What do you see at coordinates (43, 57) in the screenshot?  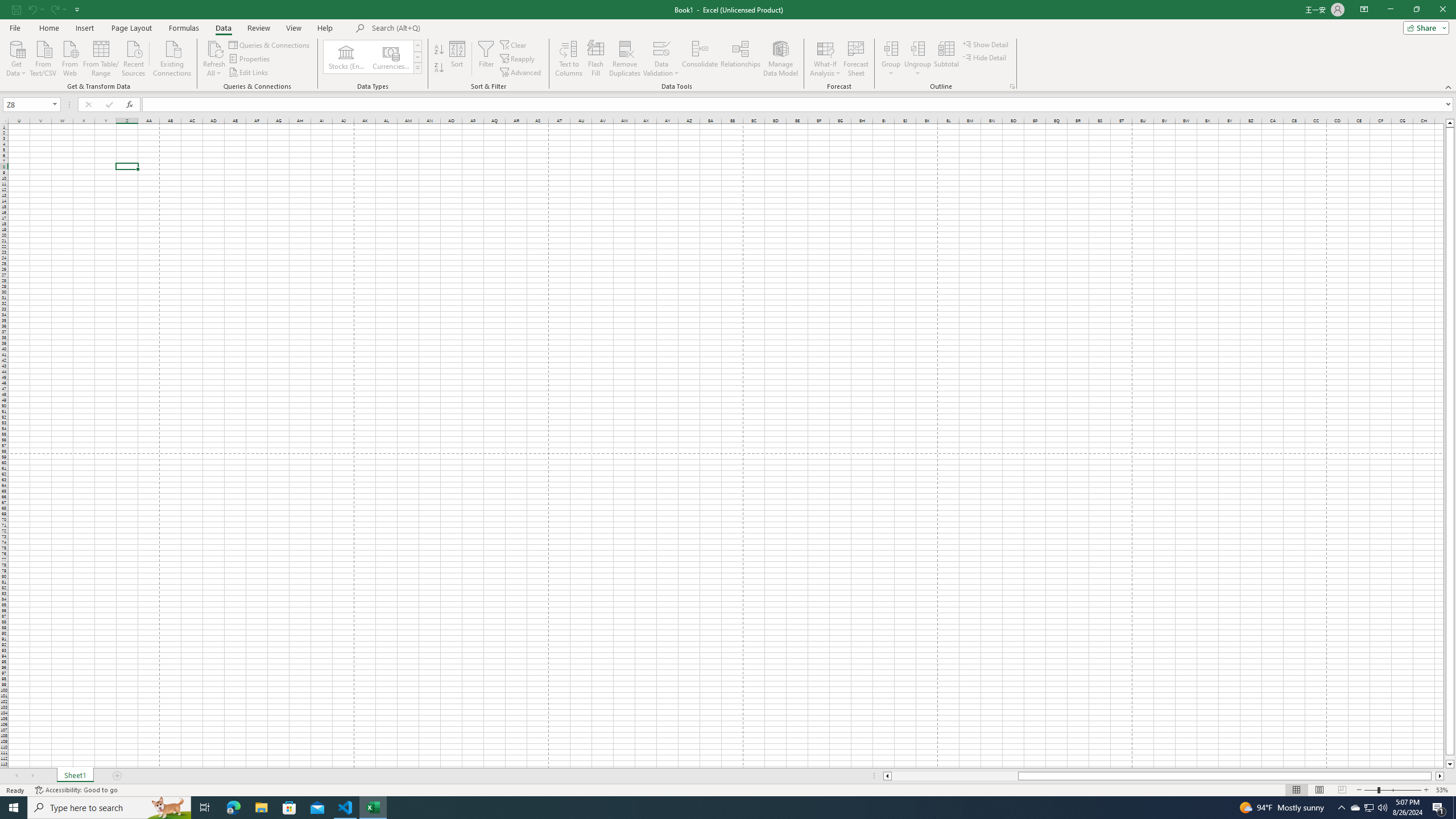 I see `'From Text/CSV'` at bounding box center [43, 57].